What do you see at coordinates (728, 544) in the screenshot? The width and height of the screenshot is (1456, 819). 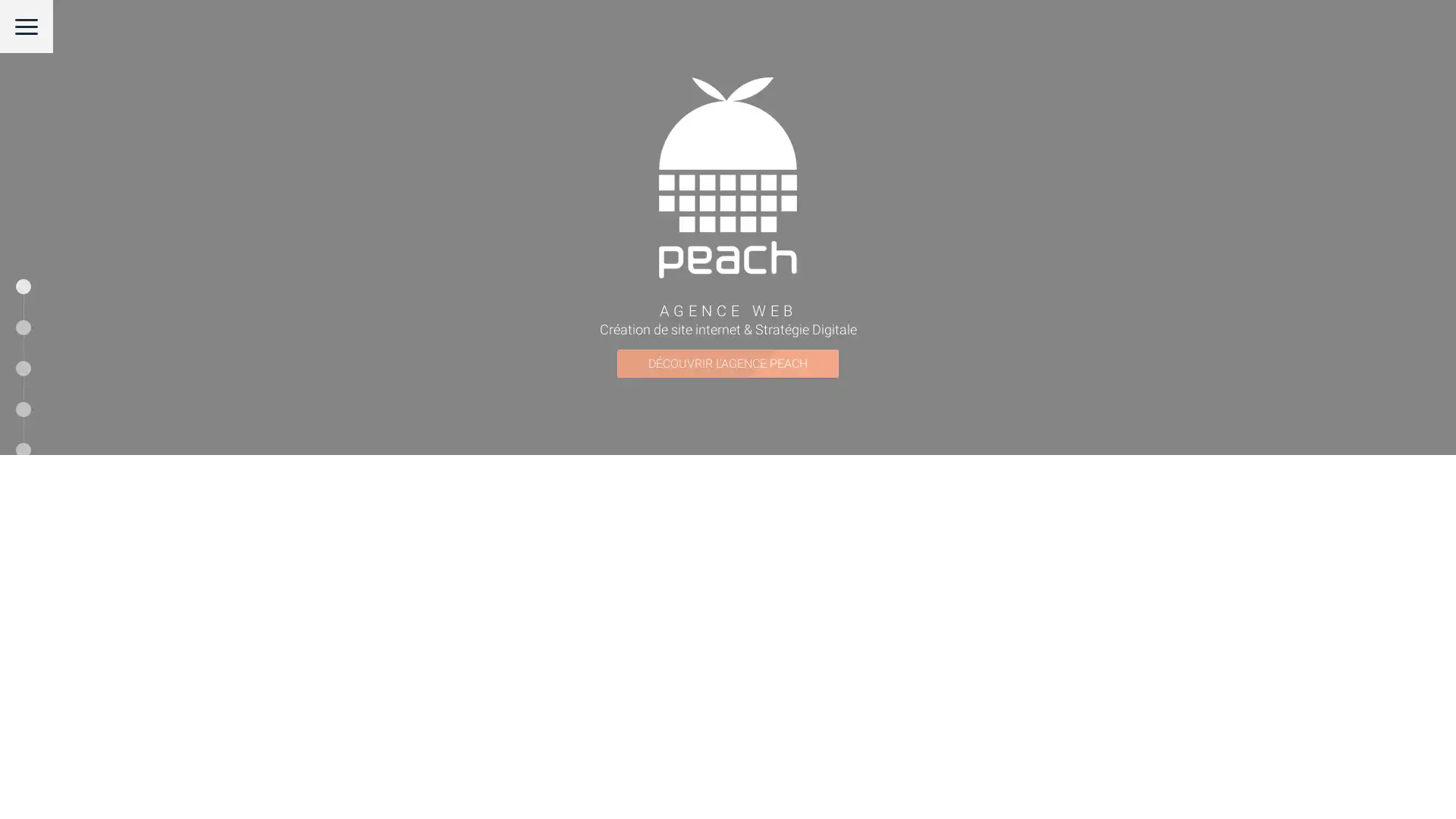 I see `DECOUVRIR L'AGENCE PEACH` at bounding box center [728, 544].